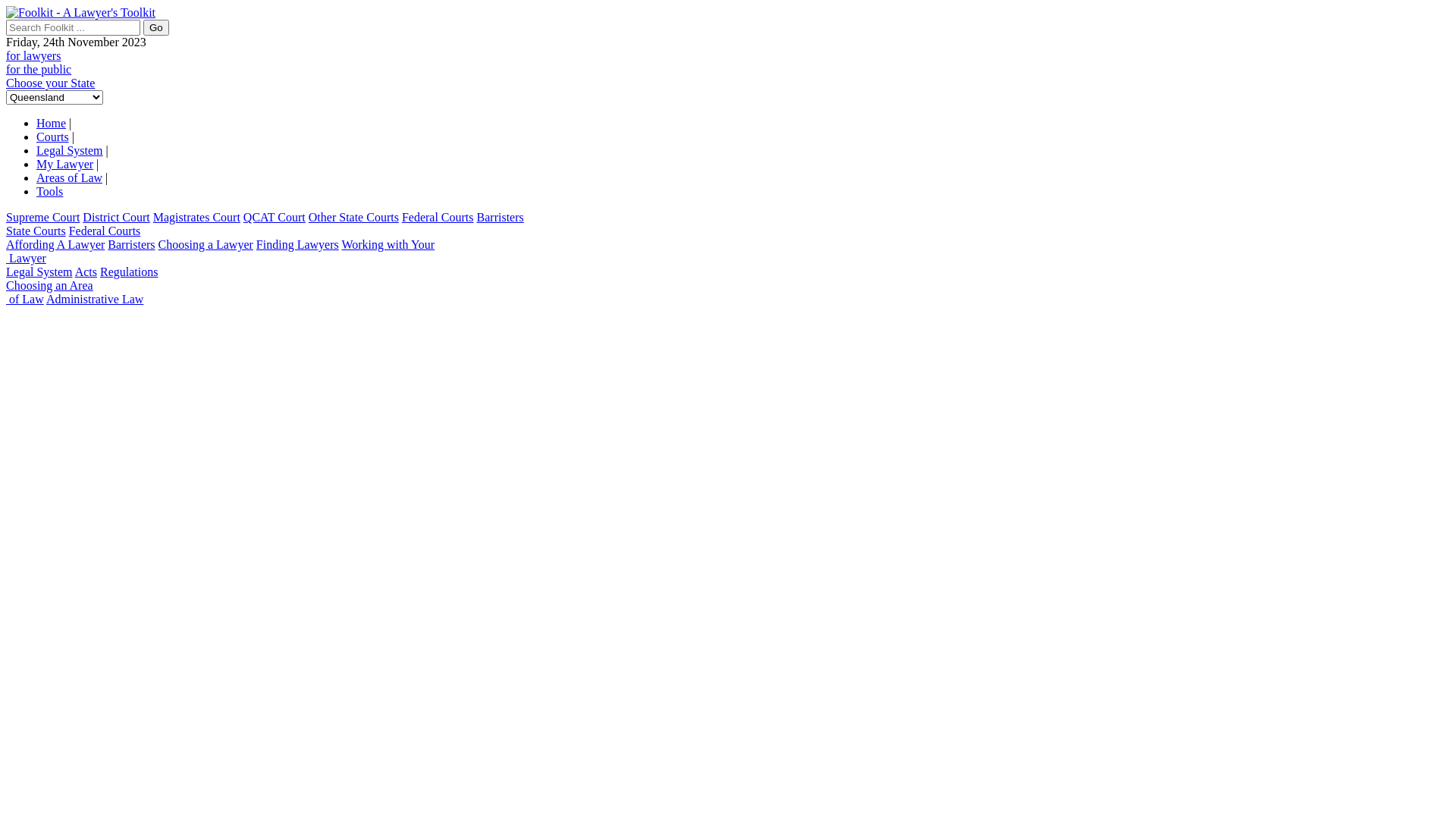  Describe the element at coordinates (143, 27) in the screenshot. I see `'Go'` at that location.